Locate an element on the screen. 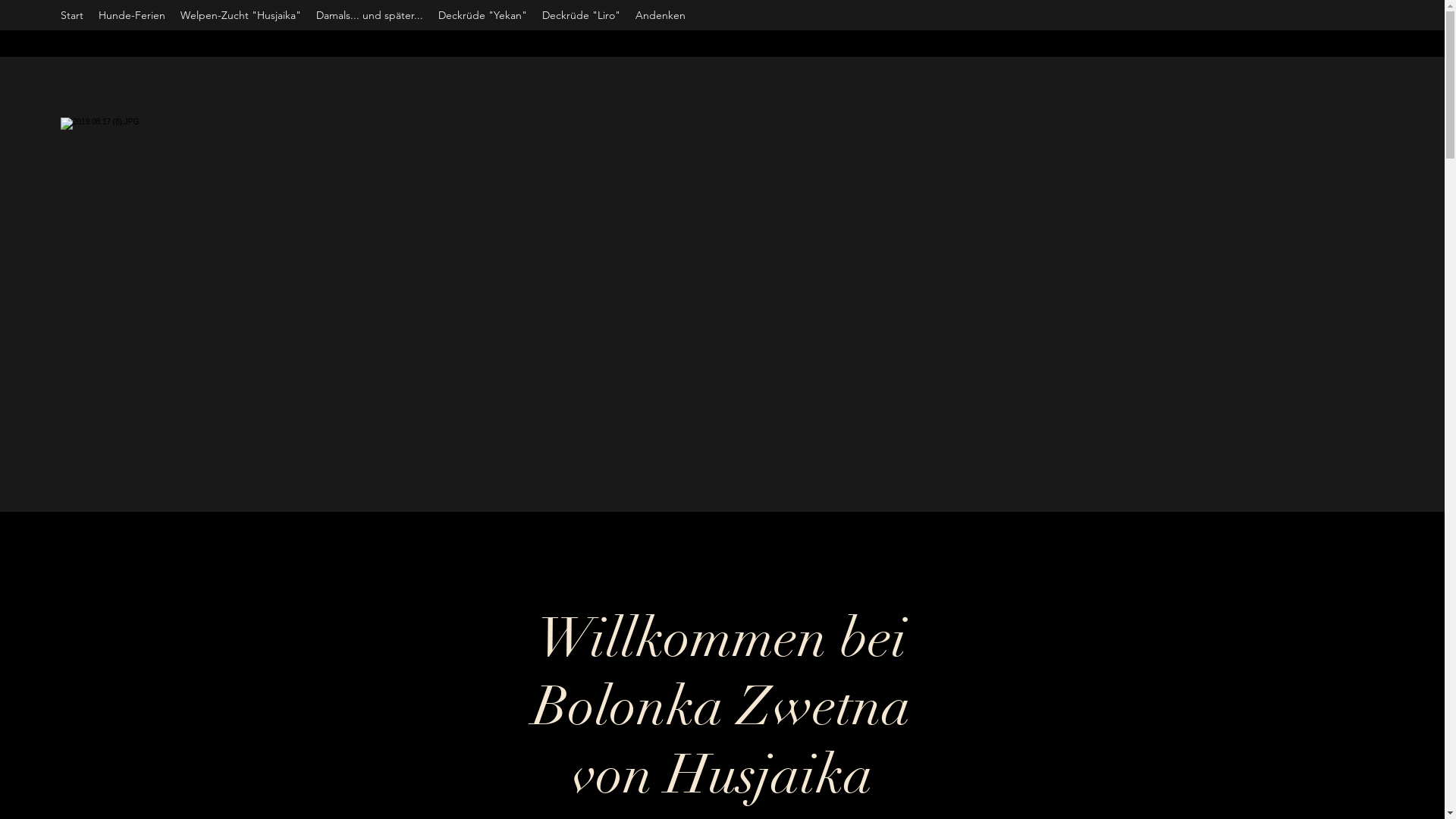  'Andenken' is located at coordinates (660, 14).